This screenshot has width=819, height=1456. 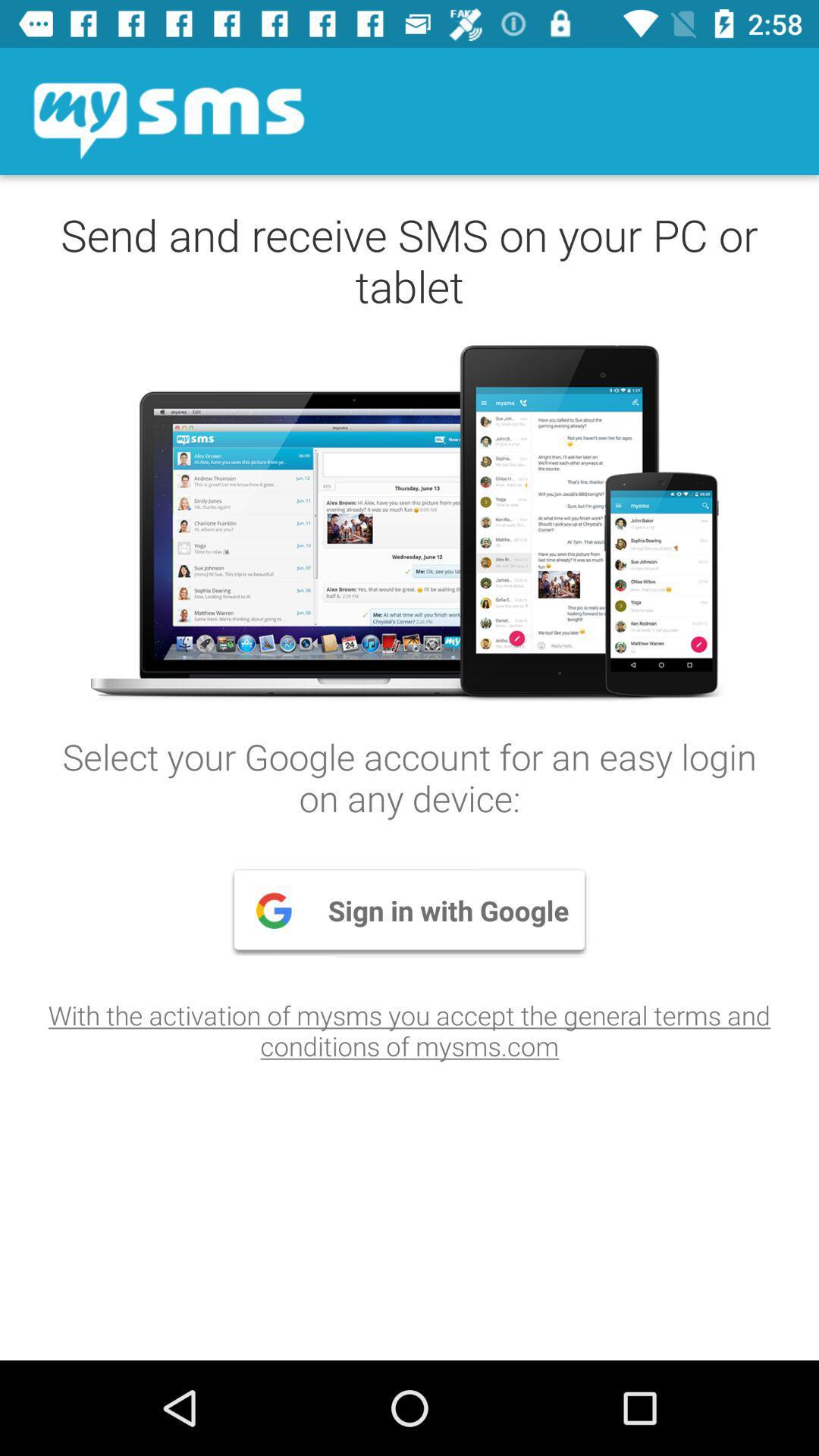 I want to click on the sign in with icon, so click(x=409, y=910).